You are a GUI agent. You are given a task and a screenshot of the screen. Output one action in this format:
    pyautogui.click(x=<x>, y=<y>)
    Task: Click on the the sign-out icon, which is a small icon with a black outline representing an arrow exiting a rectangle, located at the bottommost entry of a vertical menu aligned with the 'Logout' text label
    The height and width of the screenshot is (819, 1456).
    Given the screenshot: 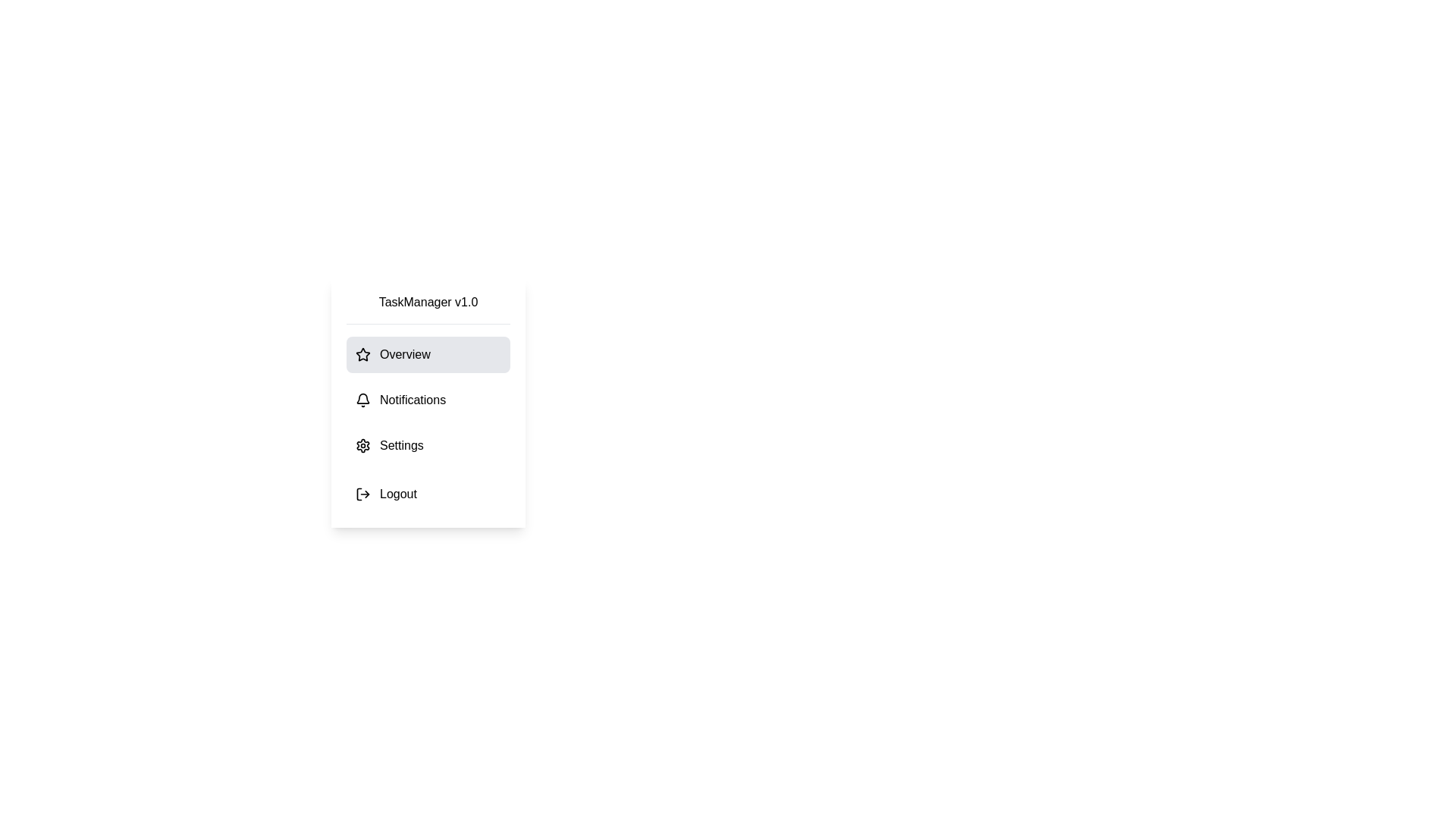 What is the action you would take?
    pyautogui.click(x=362, y=494)
    